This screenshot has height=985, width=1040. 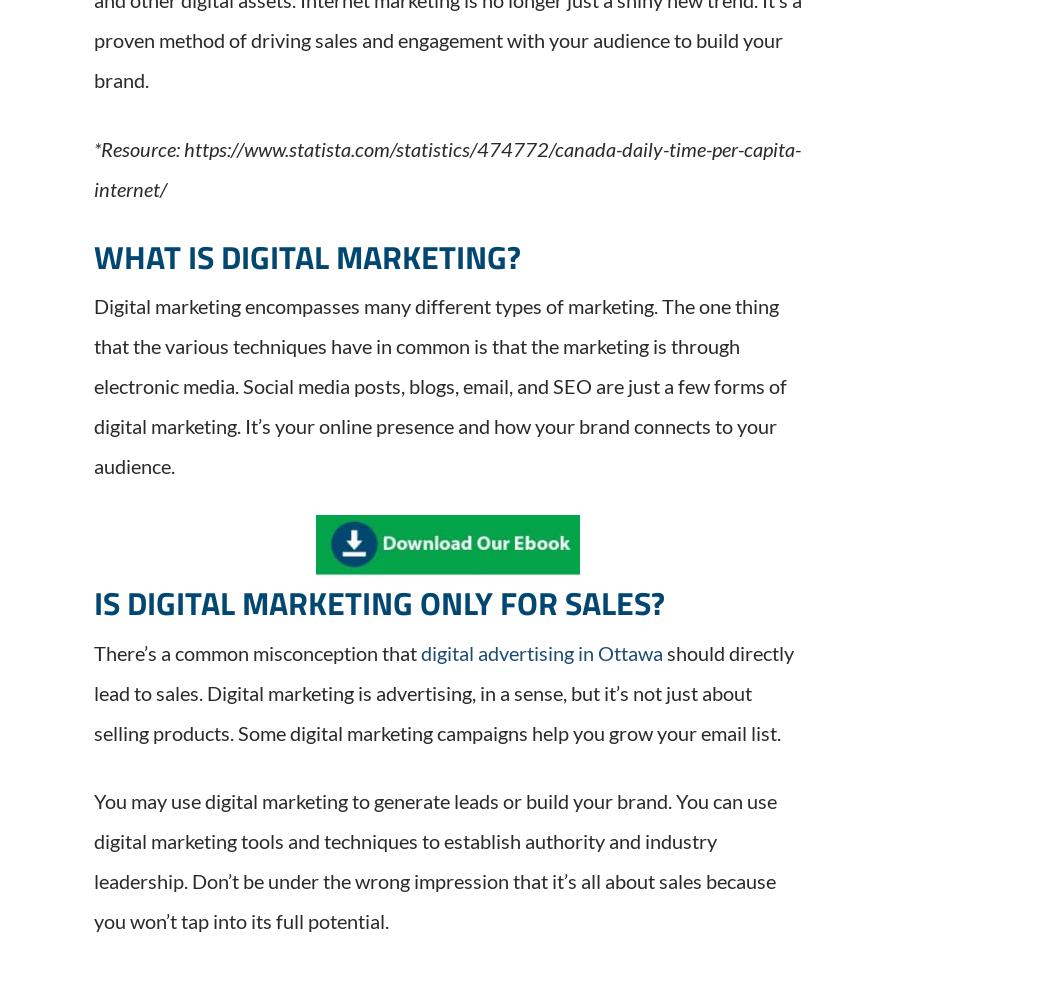 I want to click on 'Services', so click(x=567, y=721).